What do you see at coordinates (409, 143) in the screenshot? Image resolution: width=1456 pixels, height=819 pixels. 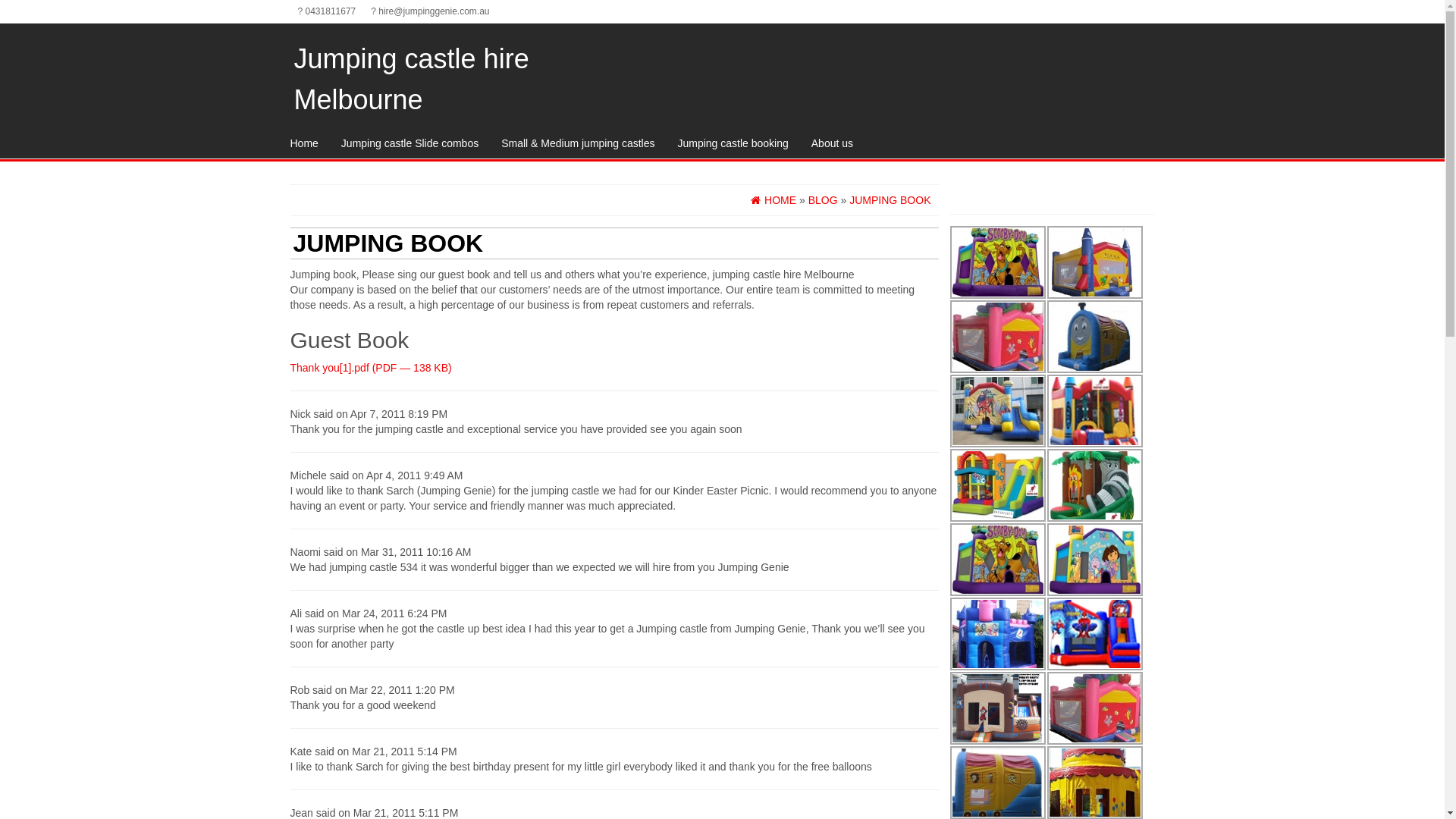 I see `'Jumping castle Slide combos'` at bounding box center [409, 143].